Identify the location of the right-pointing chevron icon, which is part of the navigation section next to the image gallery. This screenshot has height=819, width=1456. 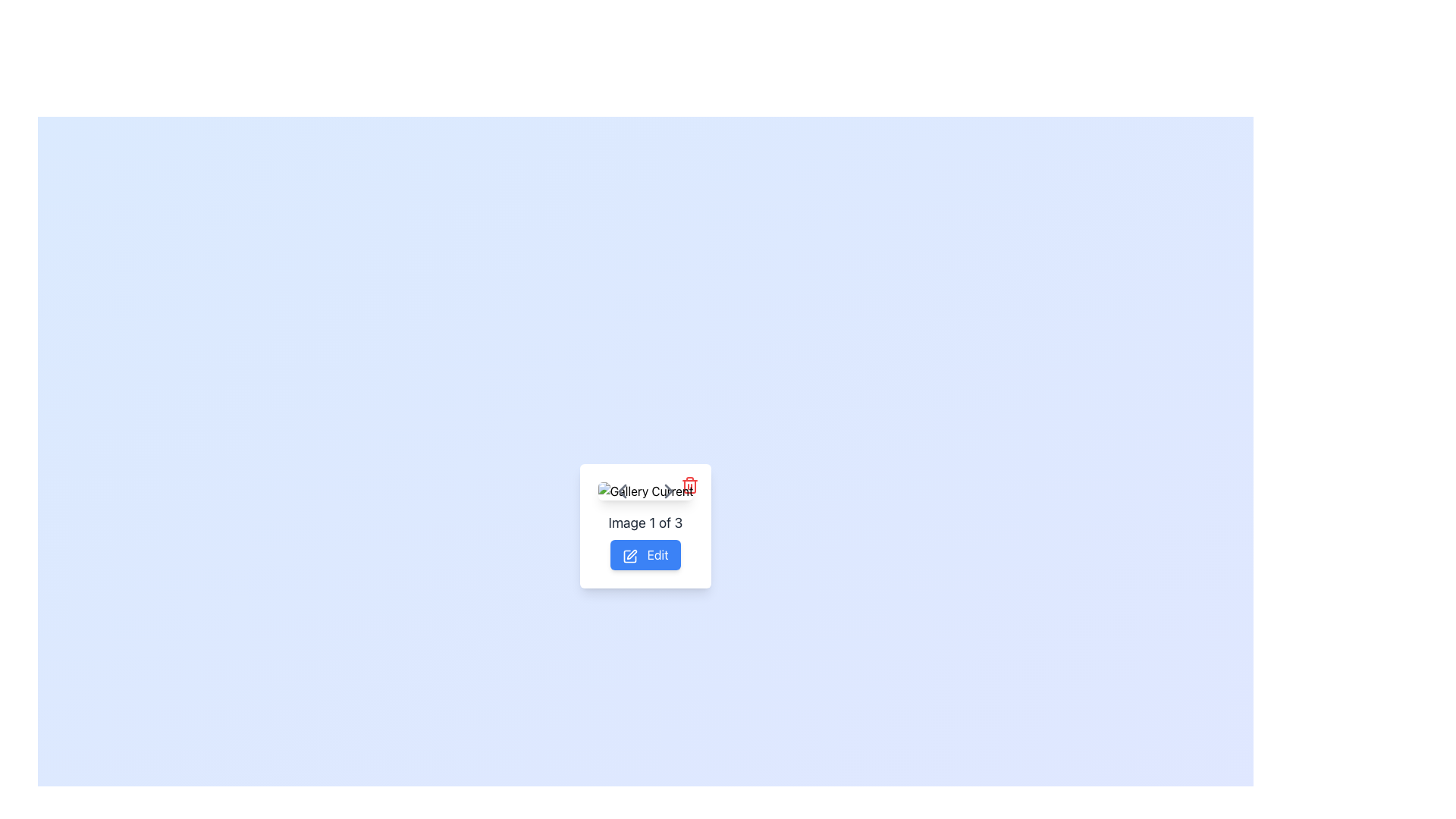
(668, 491).